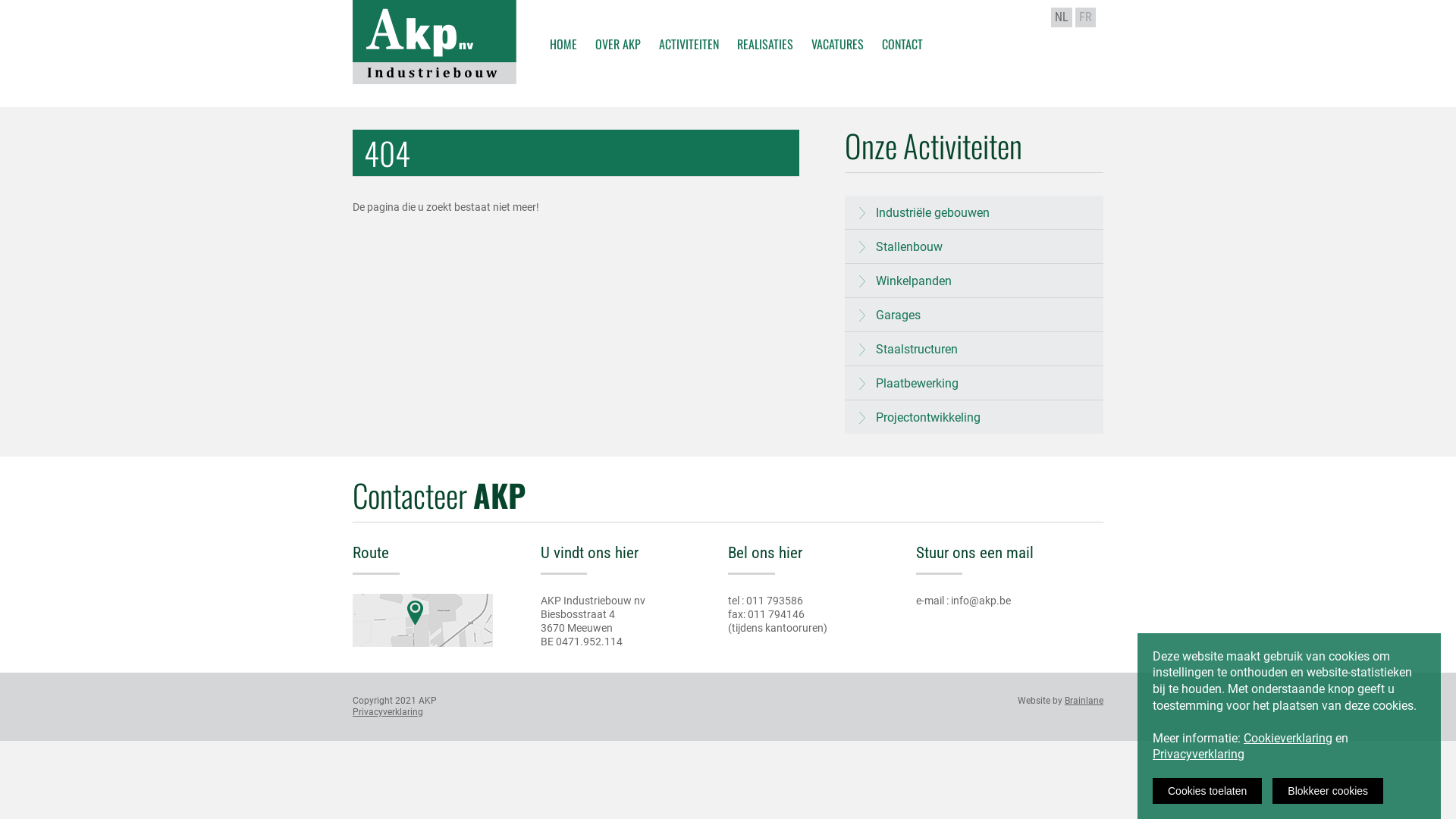  I want to click on 'REALISATIES', so click(764, 25).